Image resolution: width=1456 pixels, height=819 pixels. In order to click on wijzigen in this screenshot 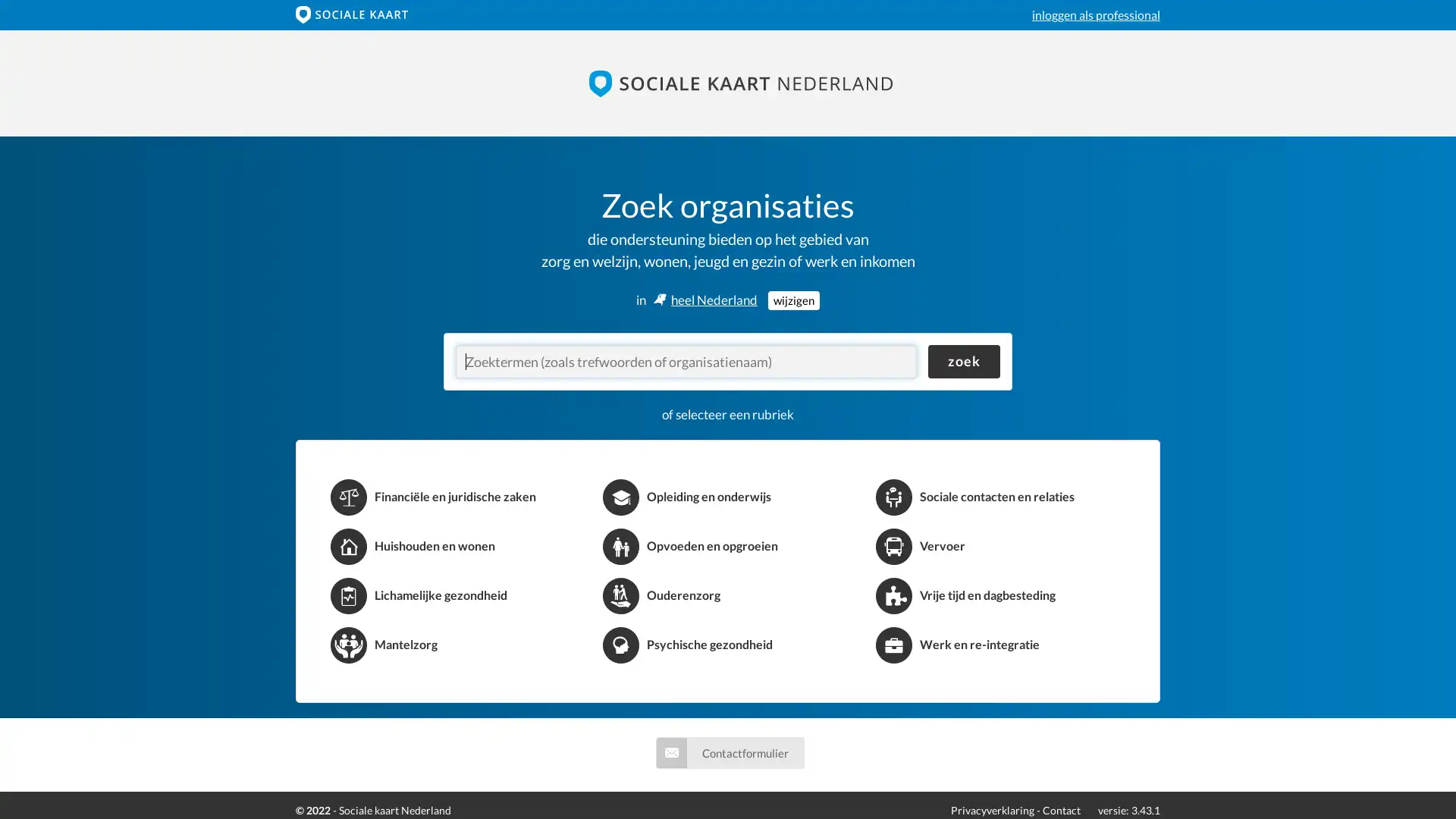, I will do `click(792, 300)`.